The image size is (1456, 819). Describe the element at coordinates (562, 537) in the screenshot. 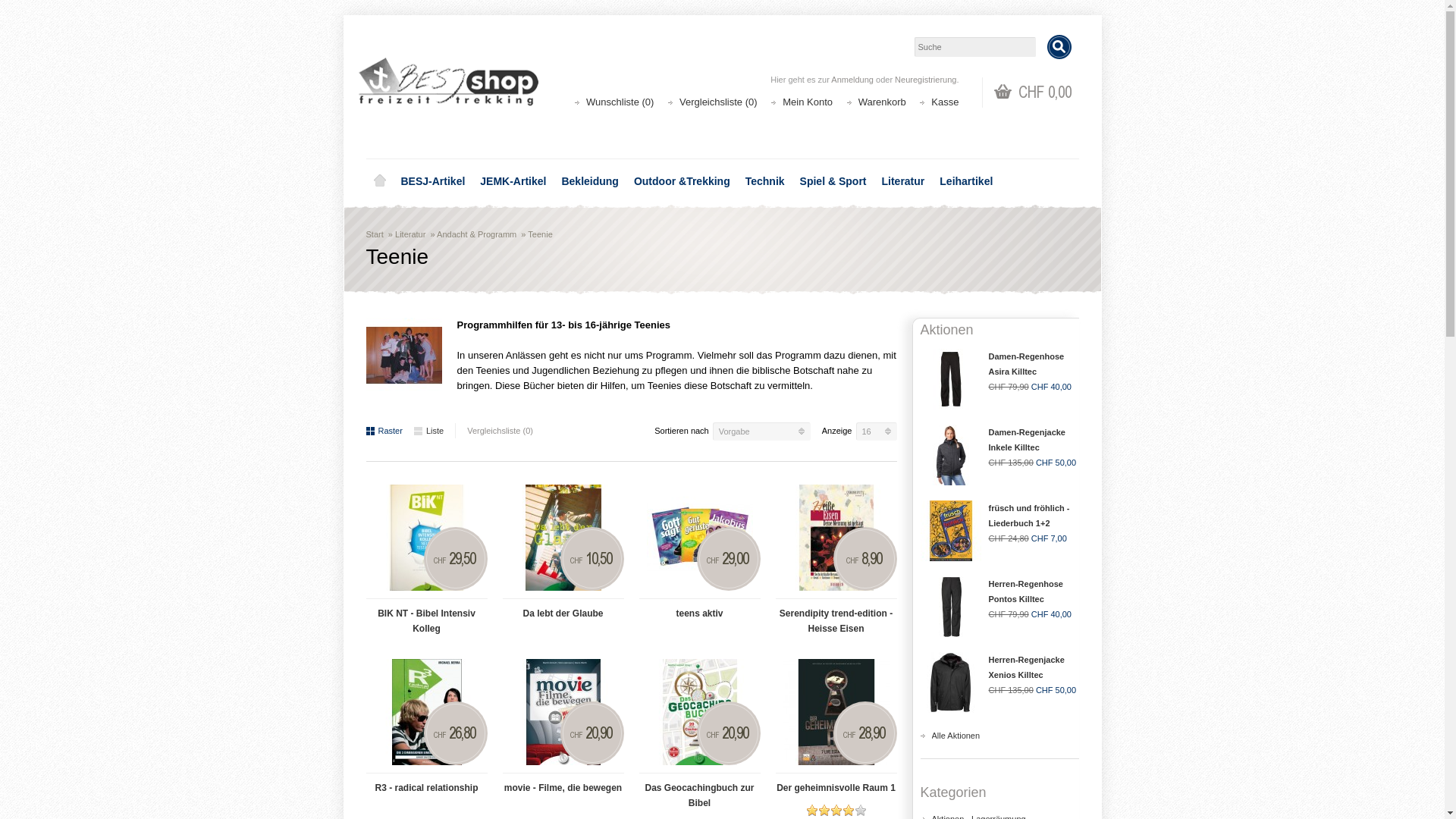

I see `'Da lebt der Glaube'` at that location.